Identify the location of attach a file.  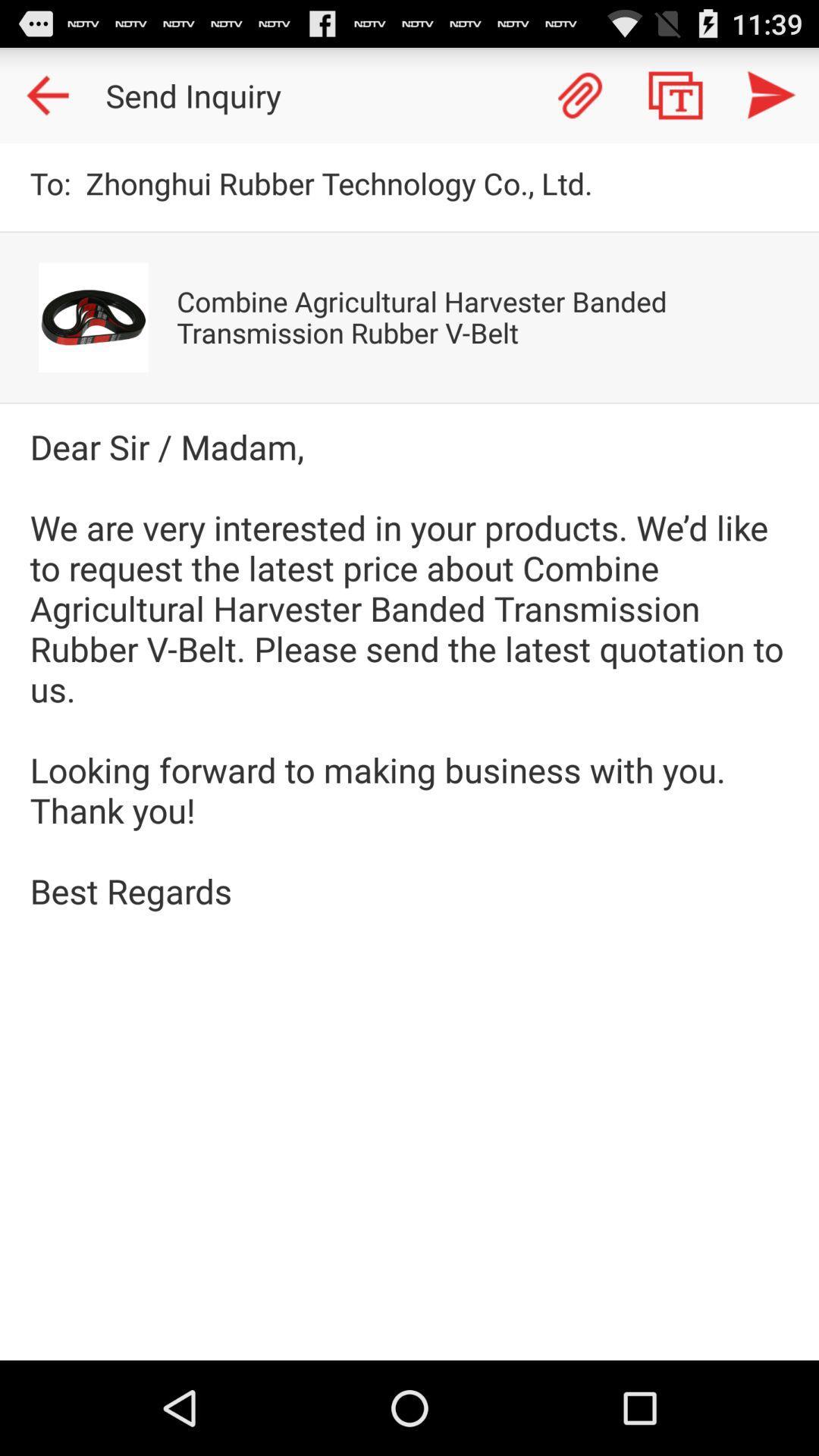
(579, 94).